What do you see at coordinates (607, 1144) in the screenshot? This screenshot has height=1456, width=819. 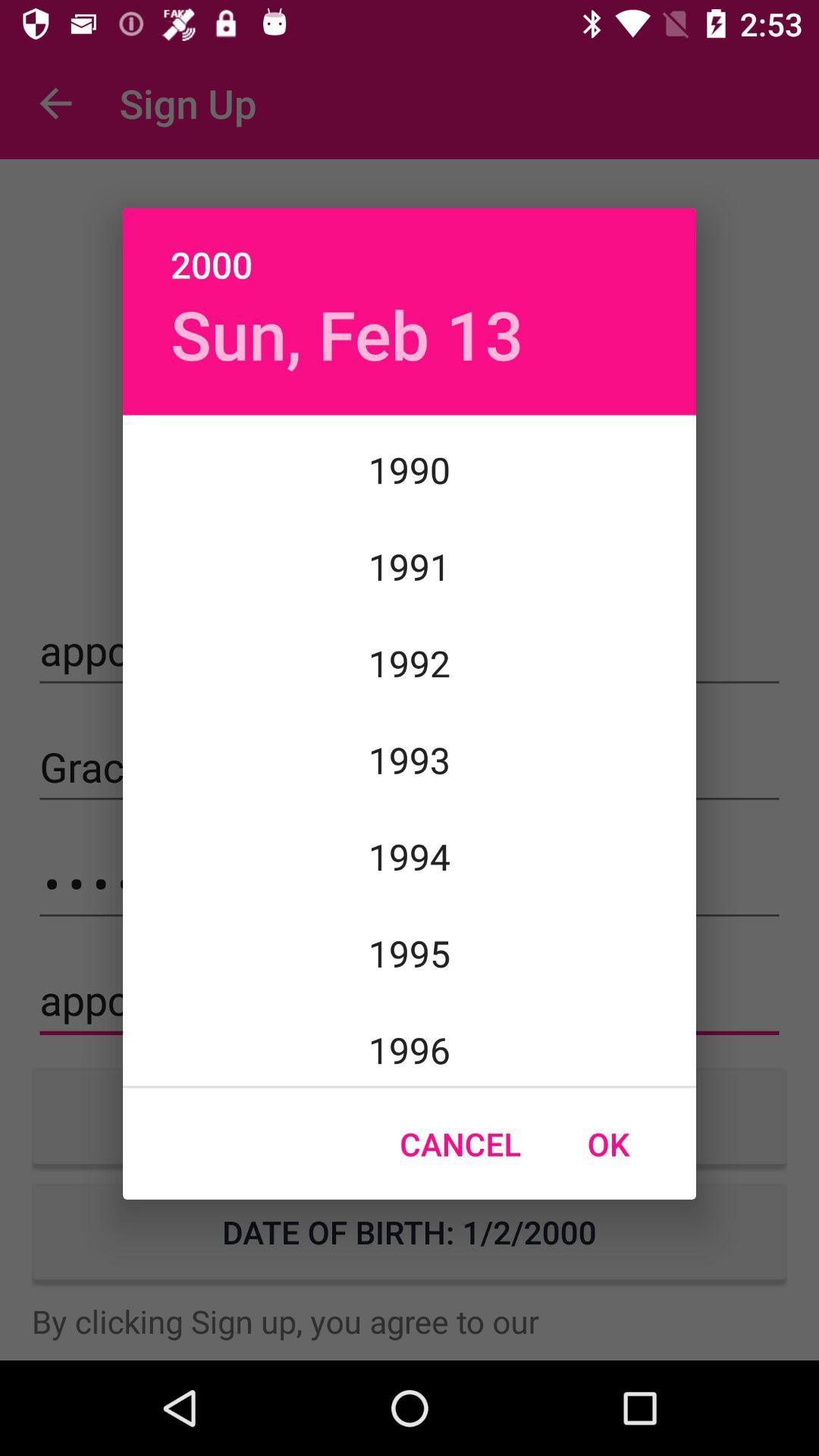 I see `the icon to the right of cancel item` at bounding box center [607, 1144].